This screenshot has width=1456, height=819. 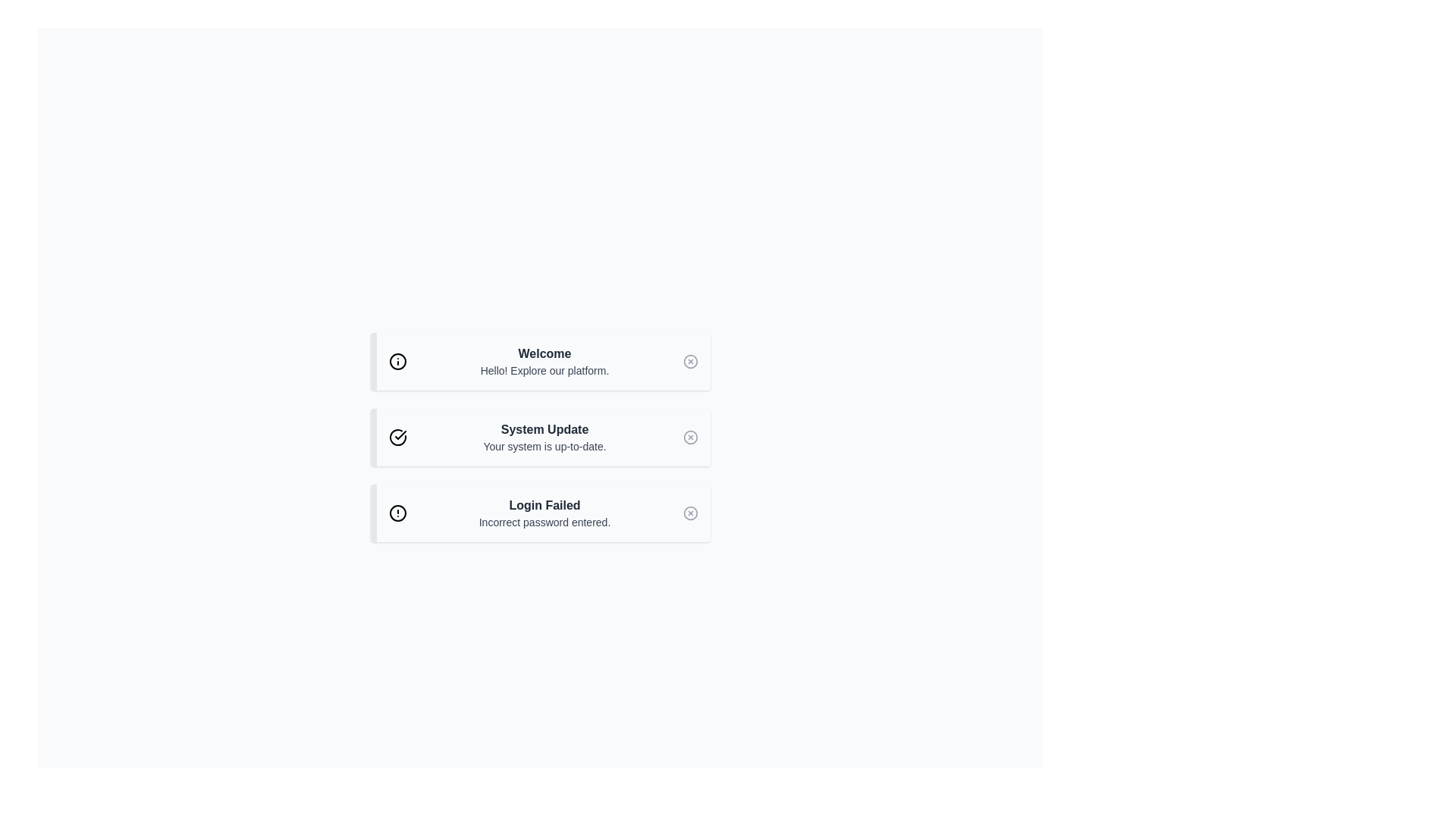 I want to click on message displayed in the text block that says 'Login Failed' with the description 'Incorrect password entered.' This text block is centrally aligned in the third row of notifications, so click(x=544, y=513).